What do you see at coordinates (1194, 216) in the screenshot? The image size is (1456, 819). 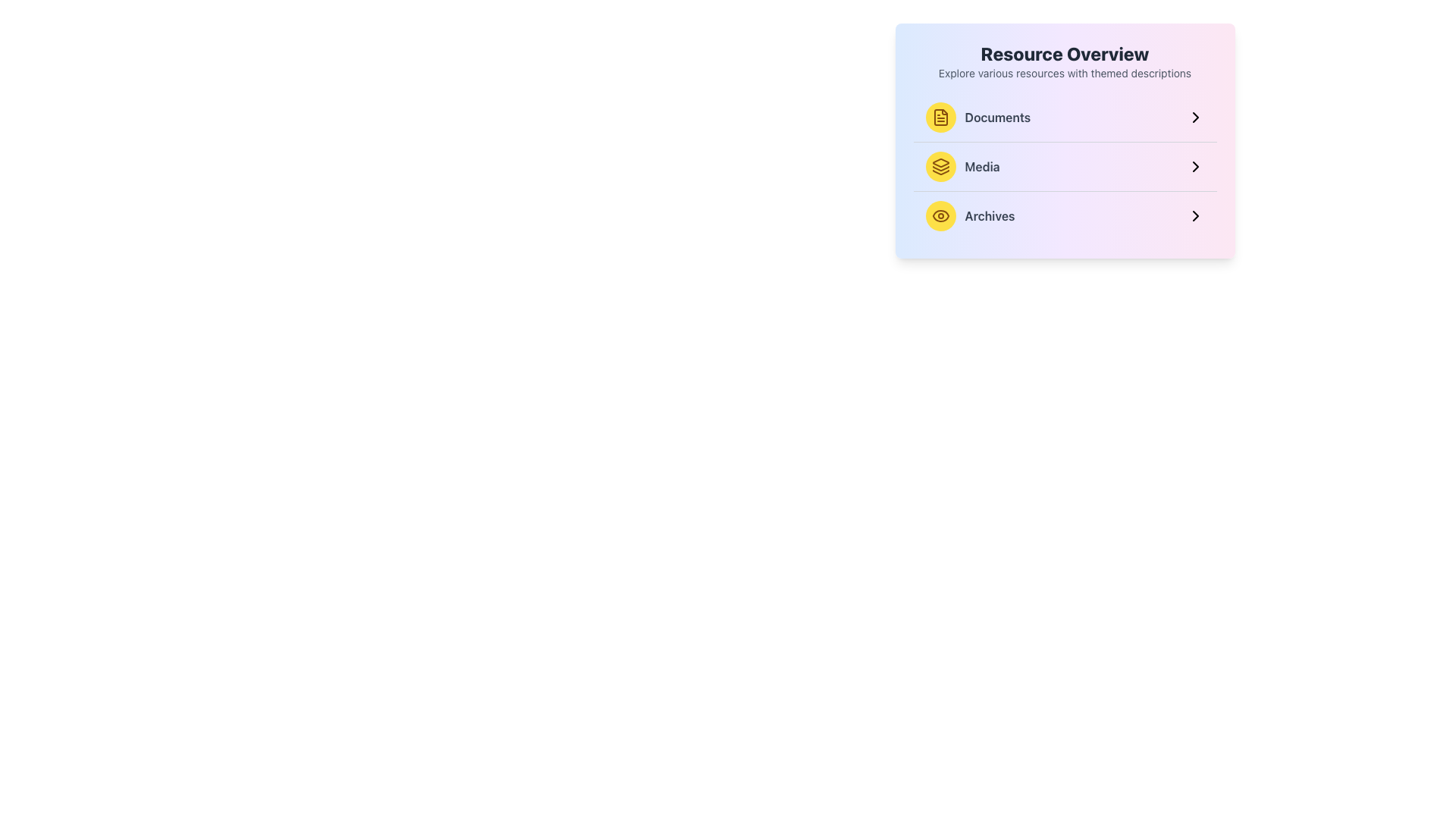 I see `the rightward-facing chevron icon located at the far right of the 'Archives' row` at bounding box center [1194, 216].